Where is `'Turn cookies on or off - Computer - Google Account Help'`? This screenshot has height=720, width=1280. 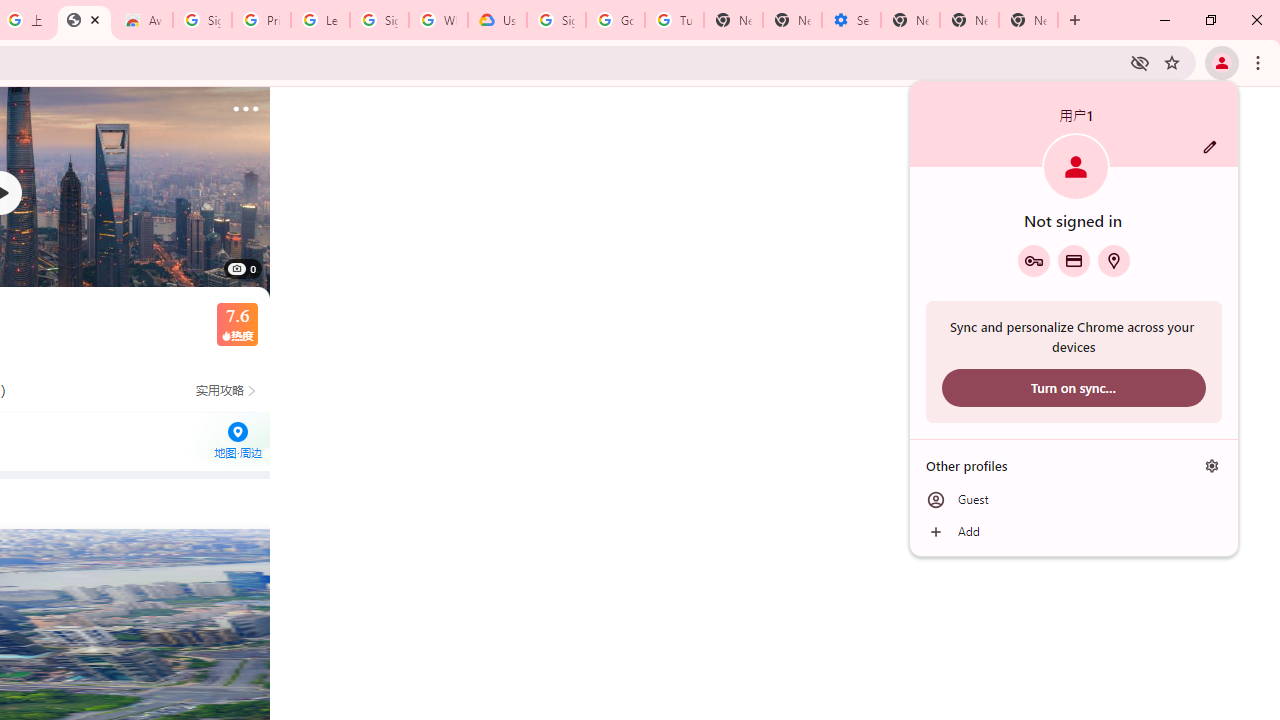
'Turn cookies on or off - Computer - Google Account Help' is located at coordinates (674, 20).